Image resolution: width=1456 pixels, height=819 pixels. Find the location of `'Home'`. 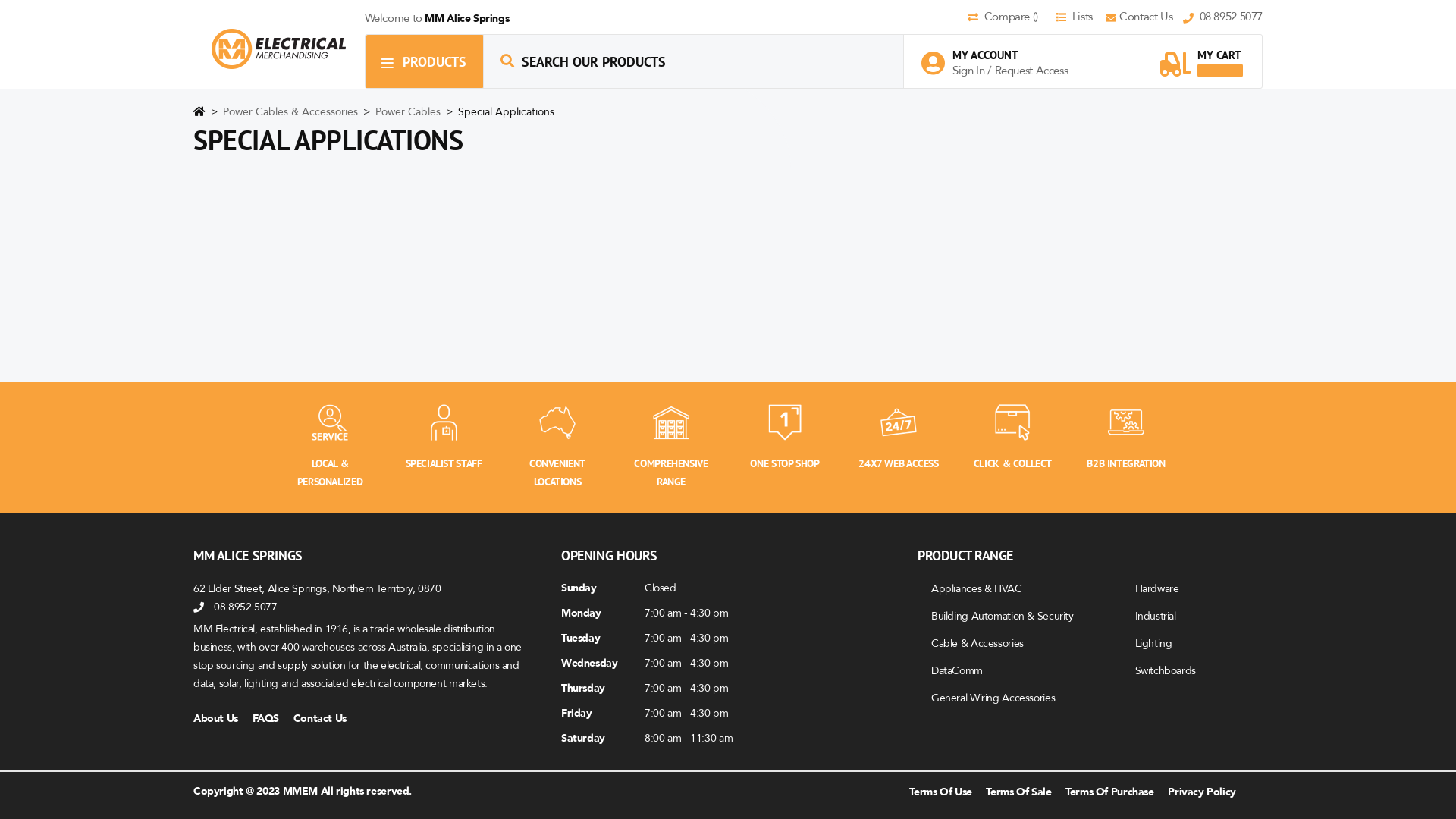

'Home' is located at coordinates (199, 114).